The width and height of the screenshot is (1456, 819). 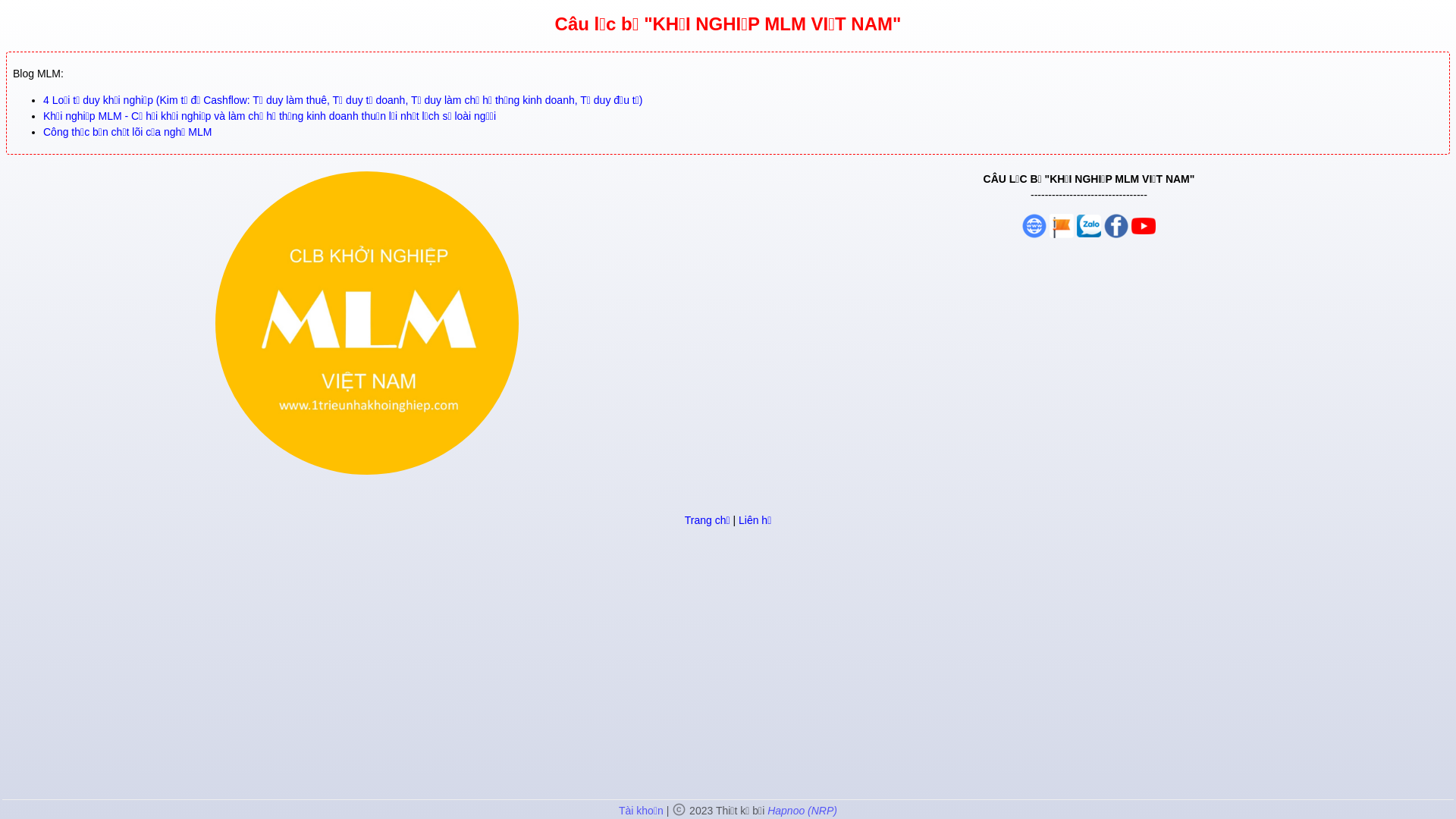 I want to click on 'Group Facebook', so click(x=1116, y=225).